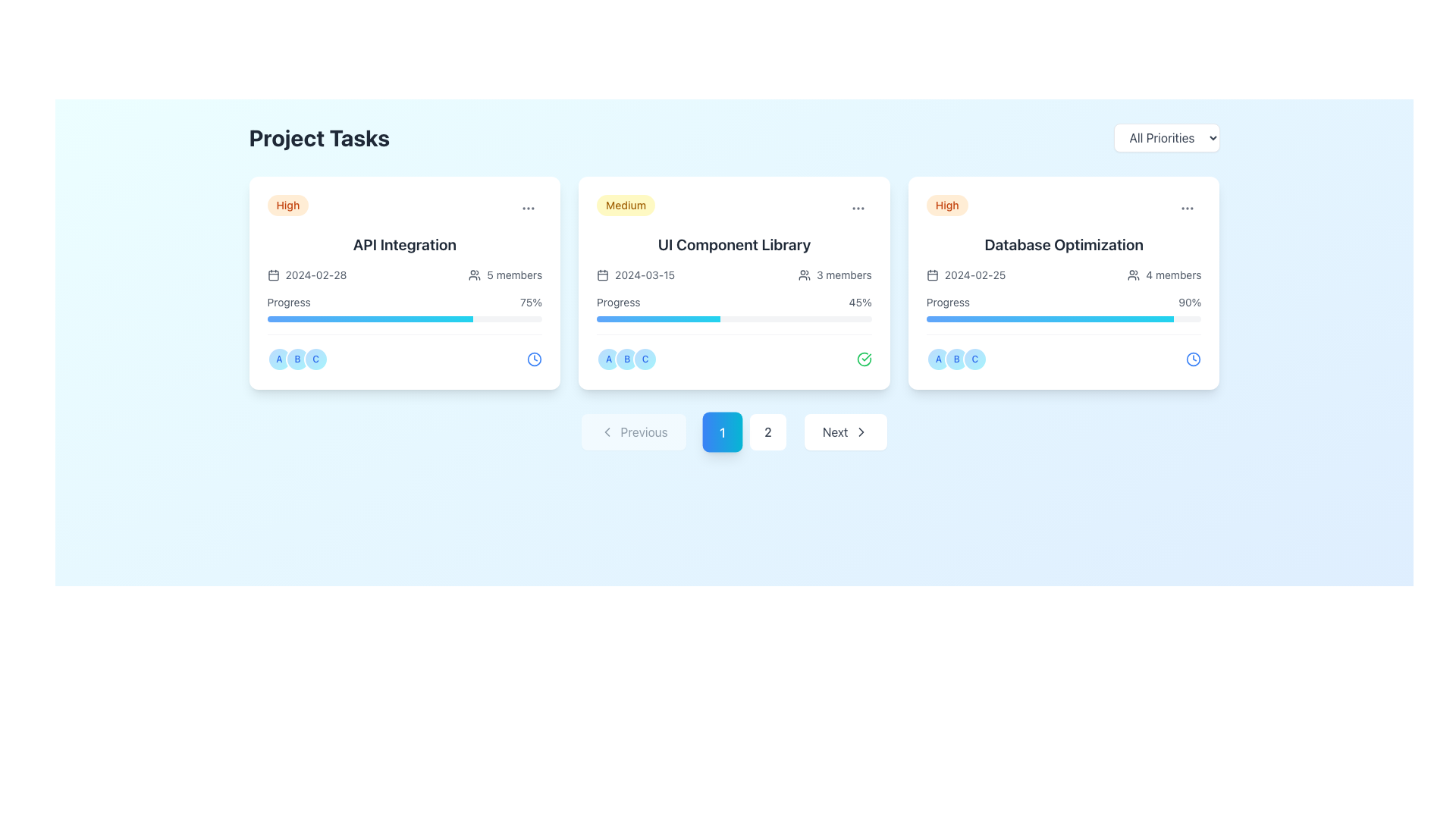 Image resolution: width=1456 pixels, height=819 pixels. I want to click on the circular shape of the clock icon in the bottom-right corner of the 'API Integration' card, so click(1193, 359).